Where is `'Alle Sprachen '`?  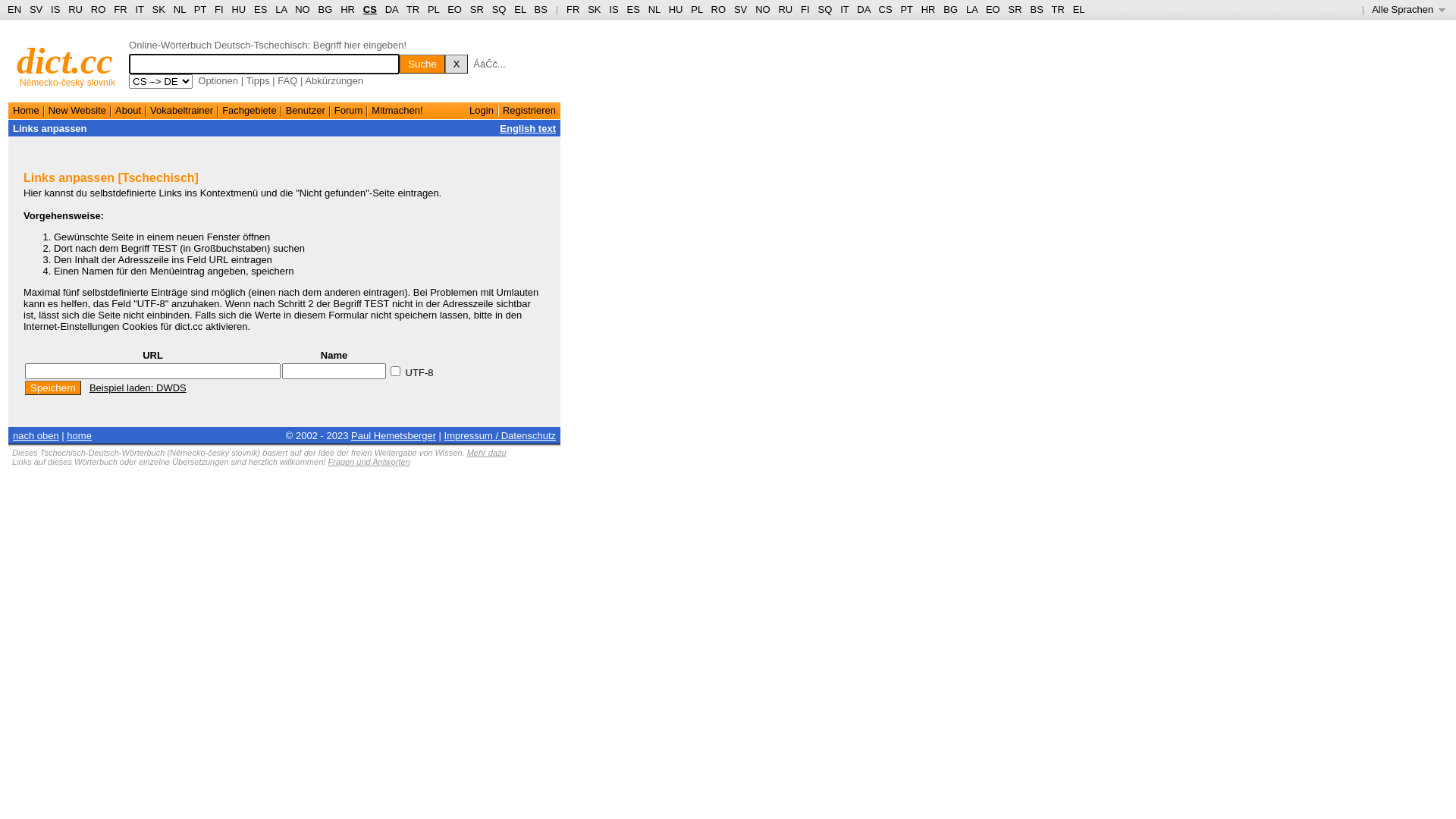
'Alle Sprachen ' is located at coordinates (1372, 9).